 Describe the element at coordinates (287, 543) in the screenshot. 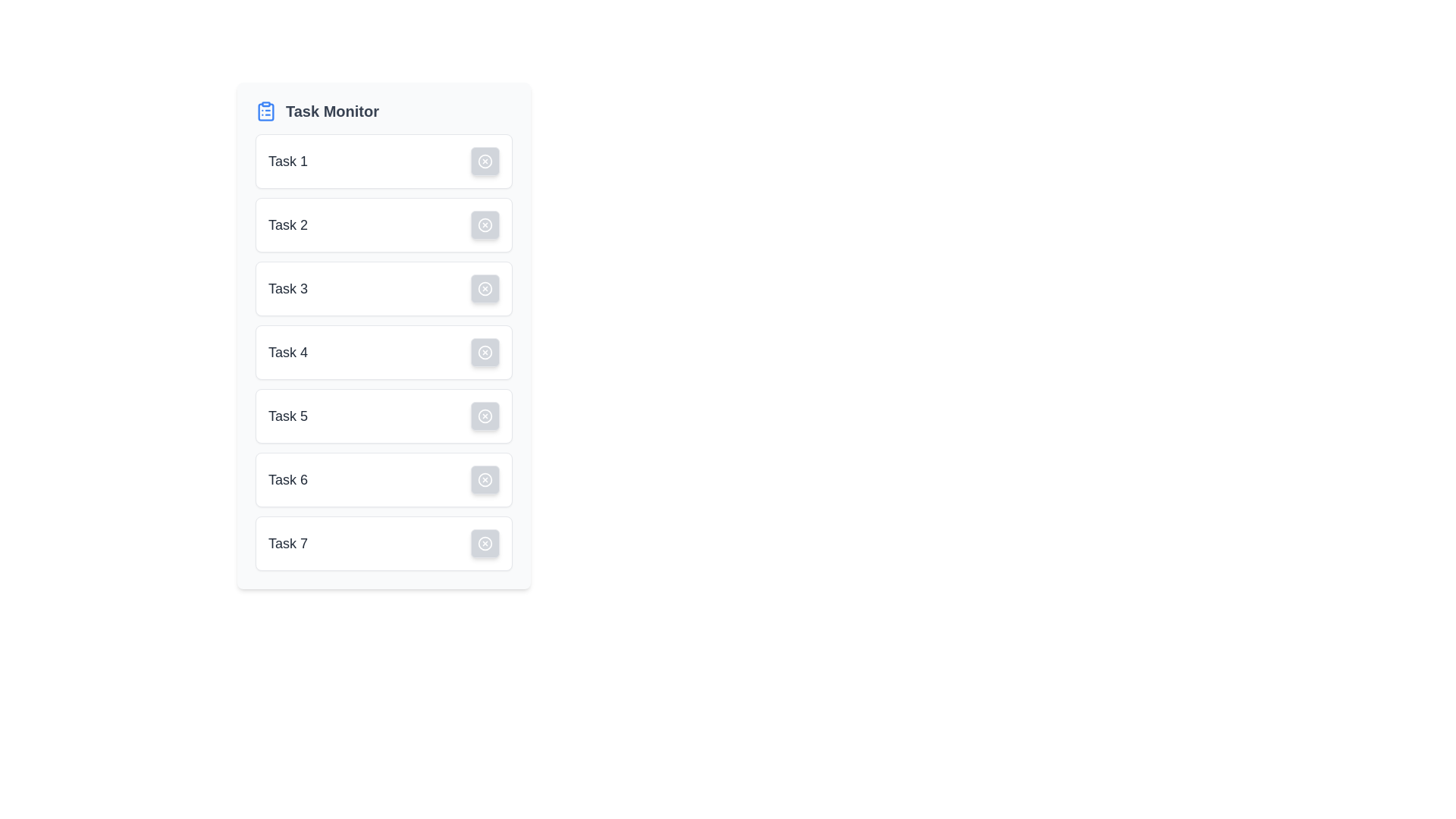

I see `the 'Task 7' text label located within the seventh card of the vertically aligned list, which serves as a title for the card` at that location.